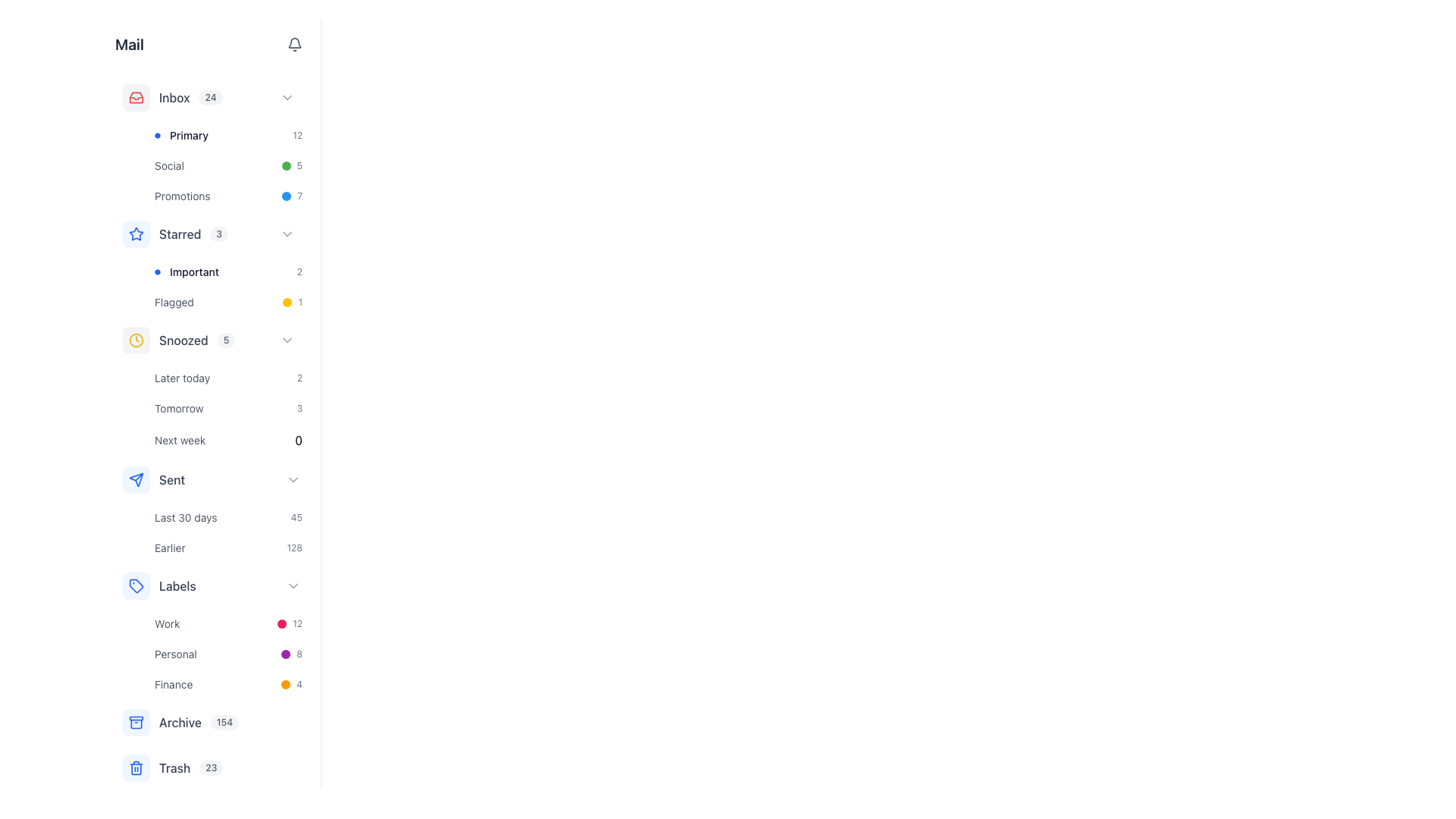 This screenshot has height=819, width=1456. Describe the element at coordinates (210, 97) in the screenshot. I see `the displayed number on the unread messages badge located next to the 'Inbox' label in the left navigation menu` at that location.